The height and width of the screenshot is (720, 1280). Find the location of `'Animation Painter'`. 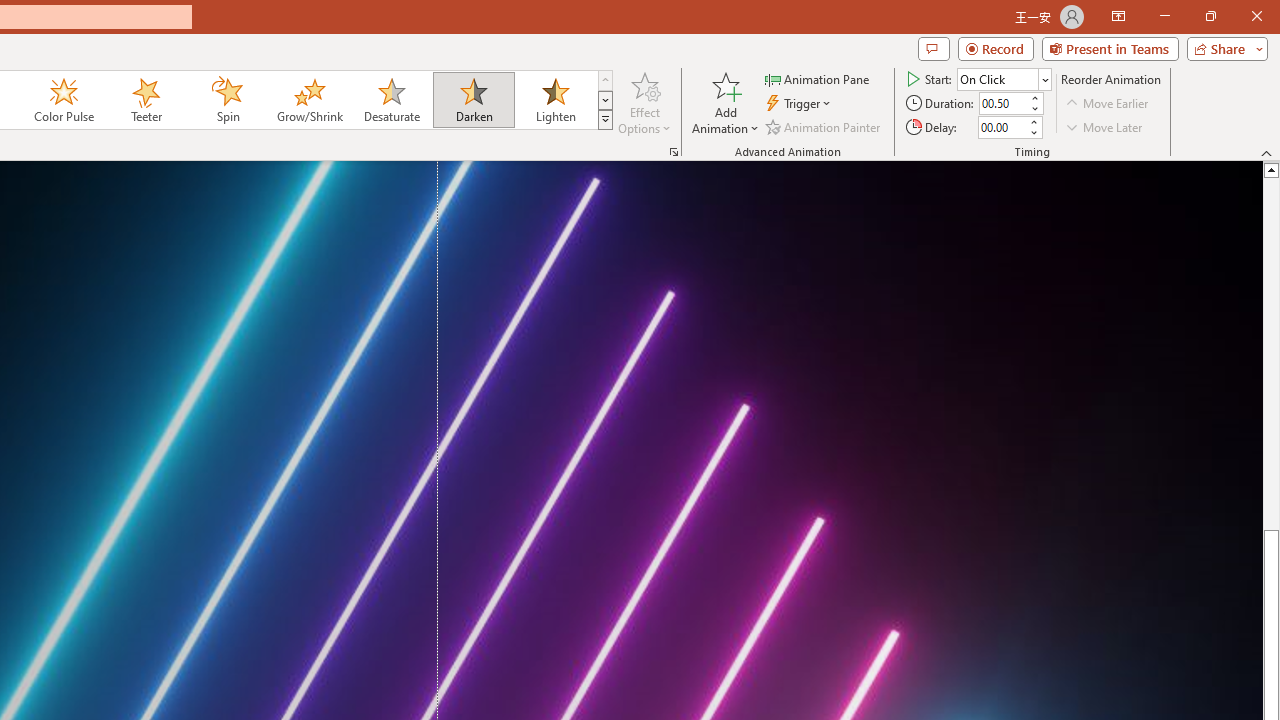

'Animation Painter' is located at coordinates (824, 127).